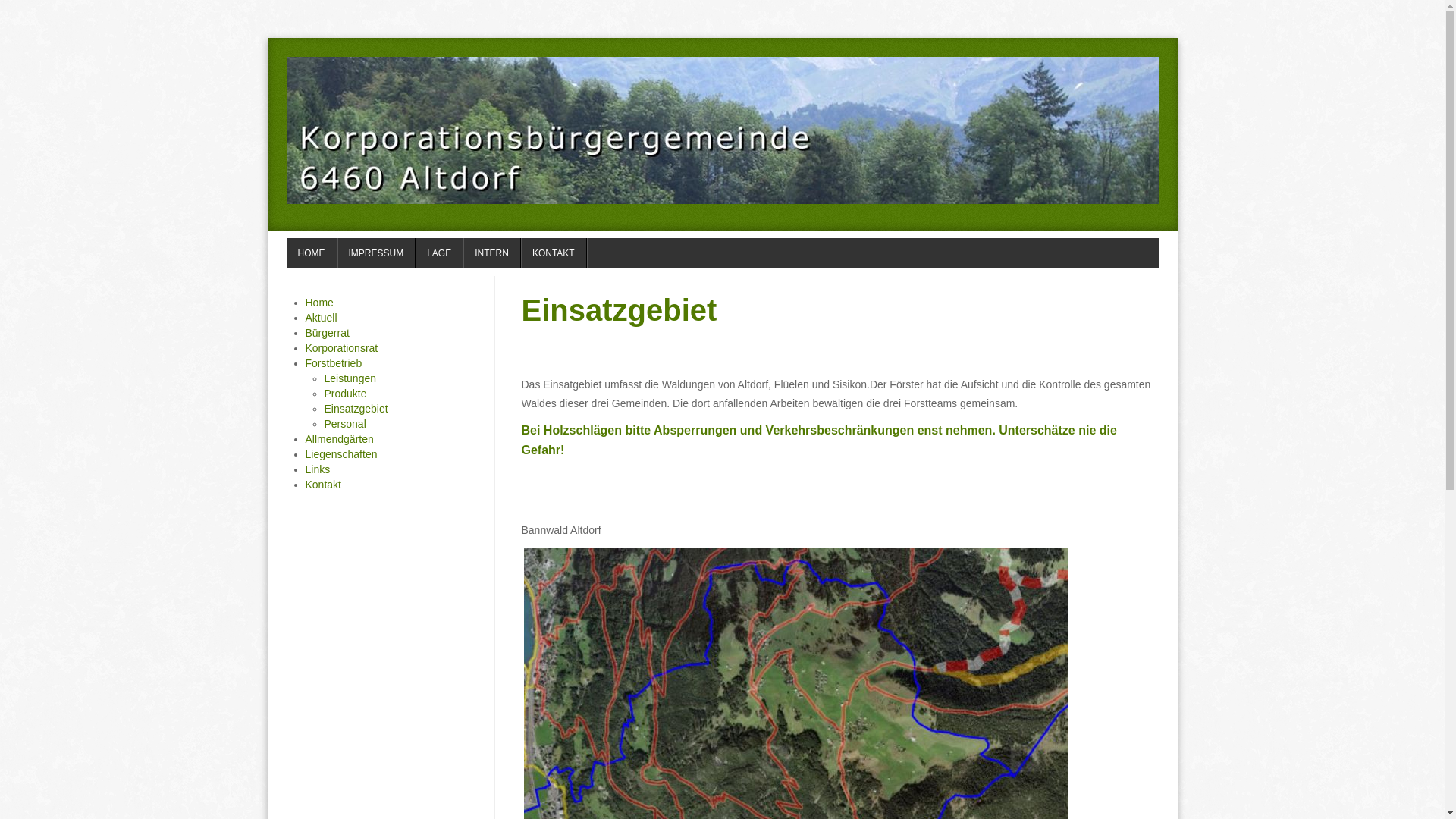 The image size is (1456, 819). What do you see at coordinates (521, 309) in the screenshot?
I see `'Einsatzgebiet'` at bounding box center [521, 309].